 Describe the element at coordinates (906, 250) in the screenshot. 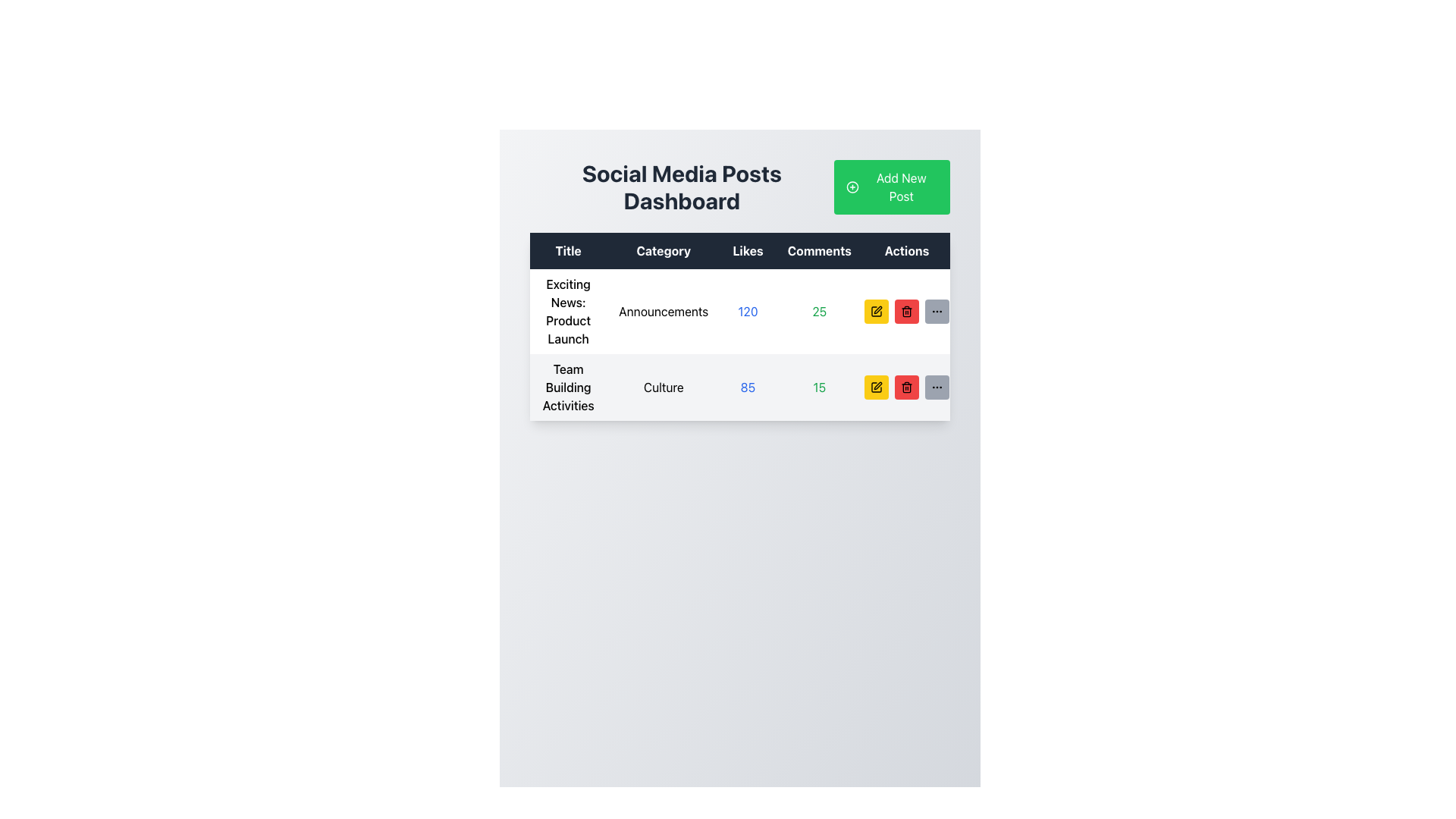

I see `the 'Actions' column header, which is the last column header in the tabular interface` at that location.